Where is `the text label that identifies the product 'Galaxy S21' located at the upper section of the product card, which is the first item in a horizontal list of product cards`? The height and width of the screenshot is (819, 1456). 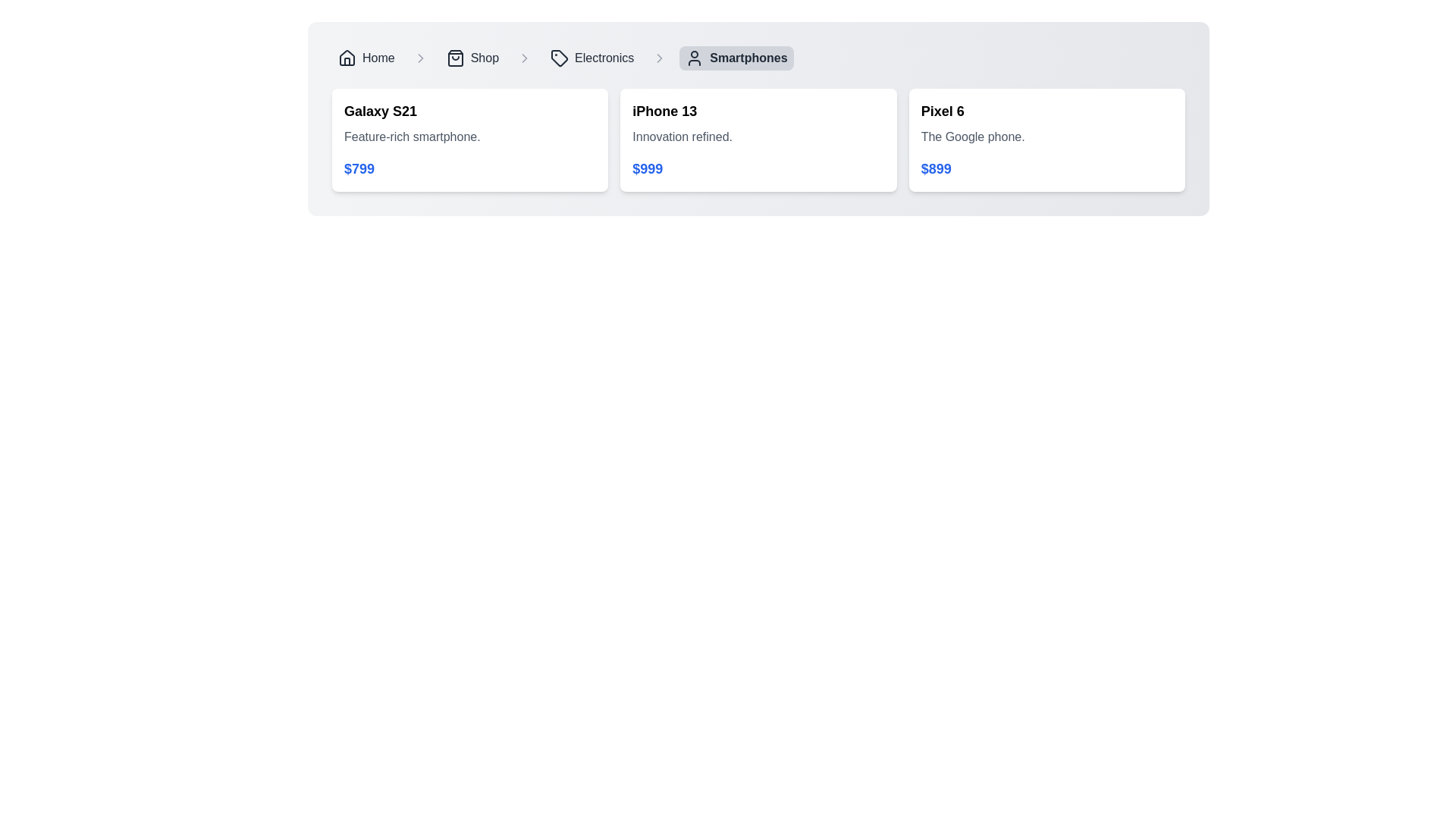
the text label that identifies the product 'Galaxy S21' located at the upper section of the product card, which is the first item in a horizontal list of product cards is located at coordinates (381, 110).